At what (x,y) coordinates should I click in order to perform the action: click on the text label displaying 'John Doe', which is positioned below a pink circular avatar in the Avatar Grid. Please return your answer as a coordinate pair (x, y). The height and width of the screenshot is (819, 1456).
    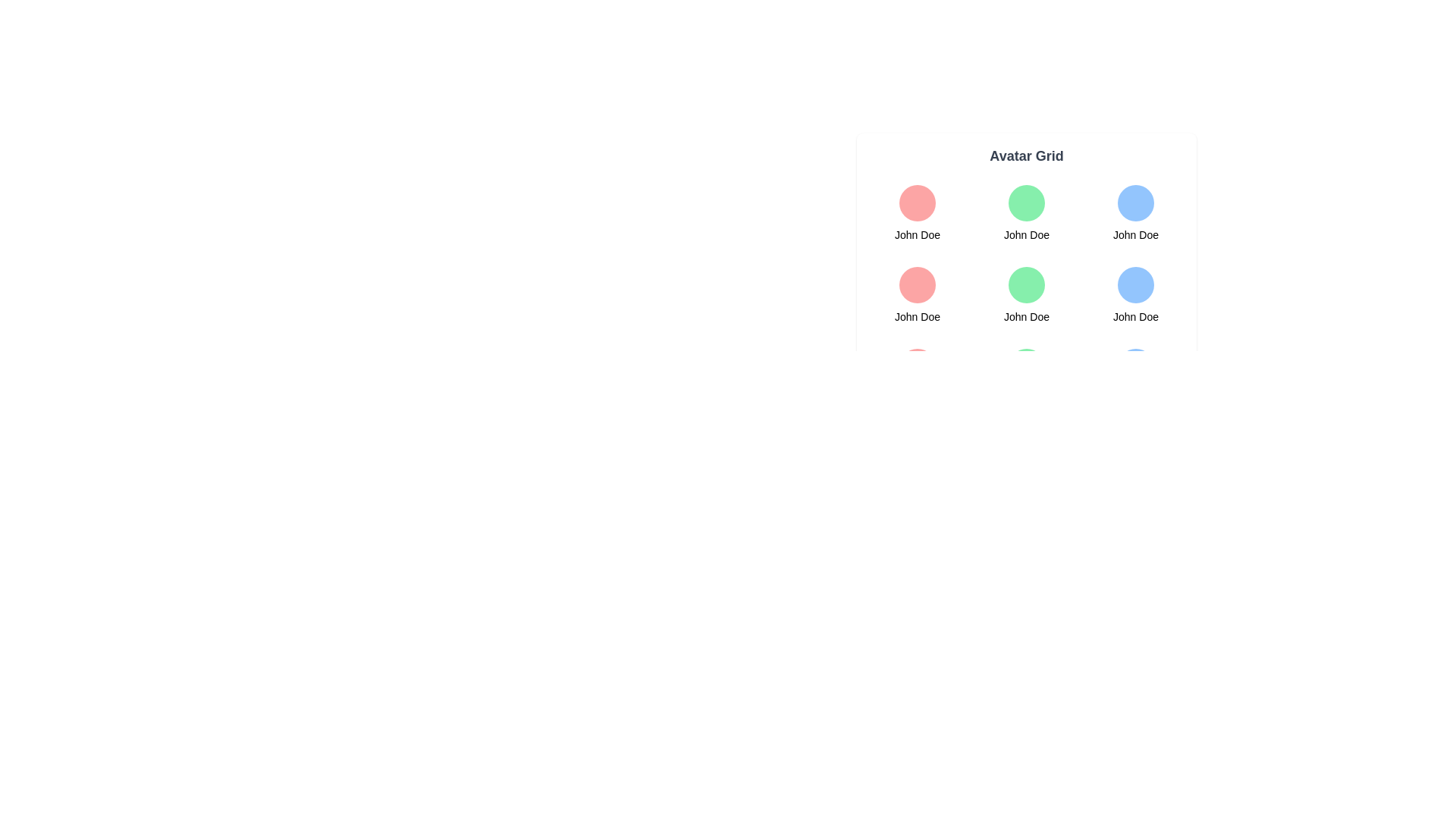
    Looking at the image, I should click on (916, 315).